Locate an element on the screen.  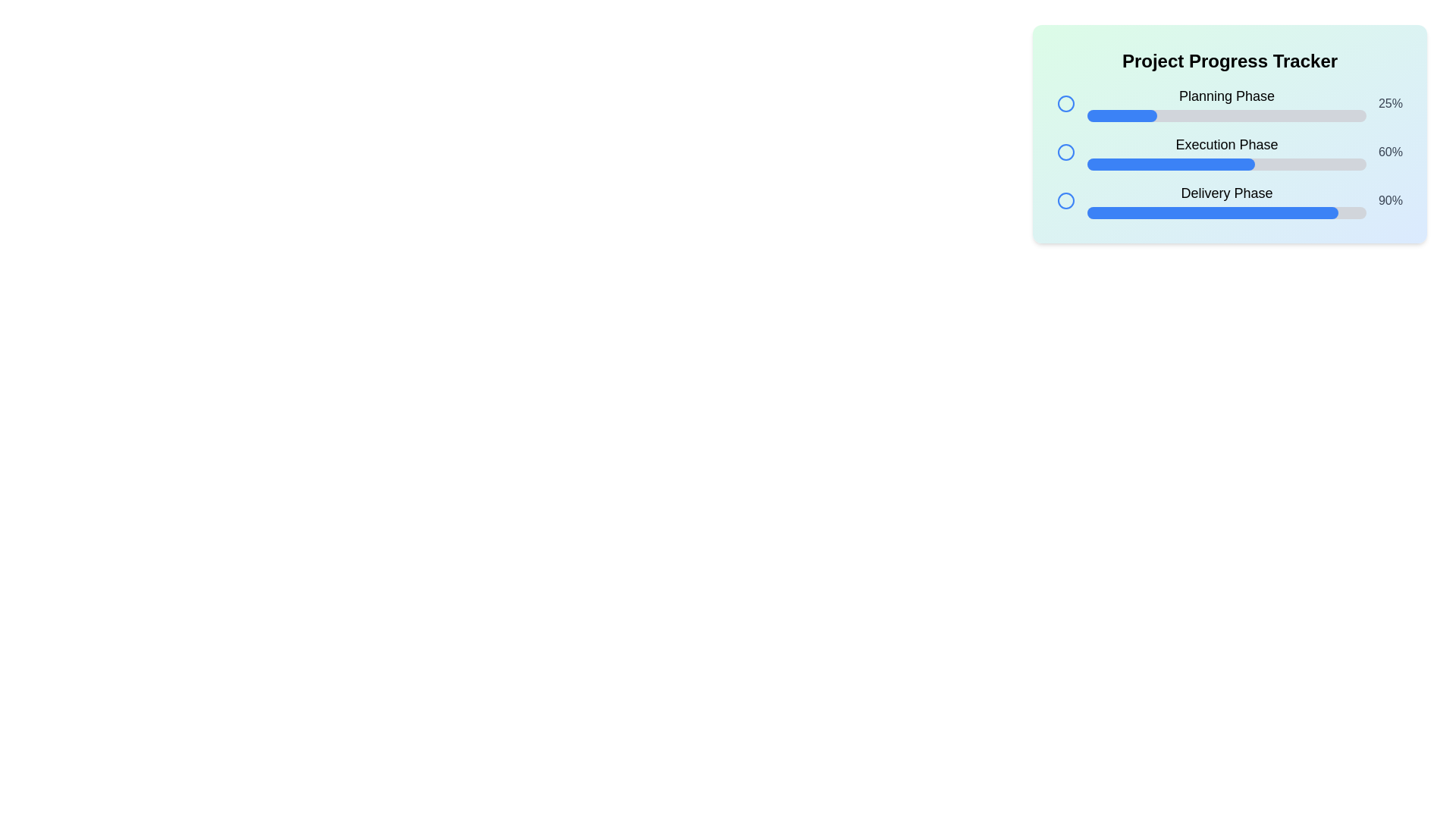
the progress bar of the 'Execution Phase' progress tracker item is located at coordinates (1230, 152).